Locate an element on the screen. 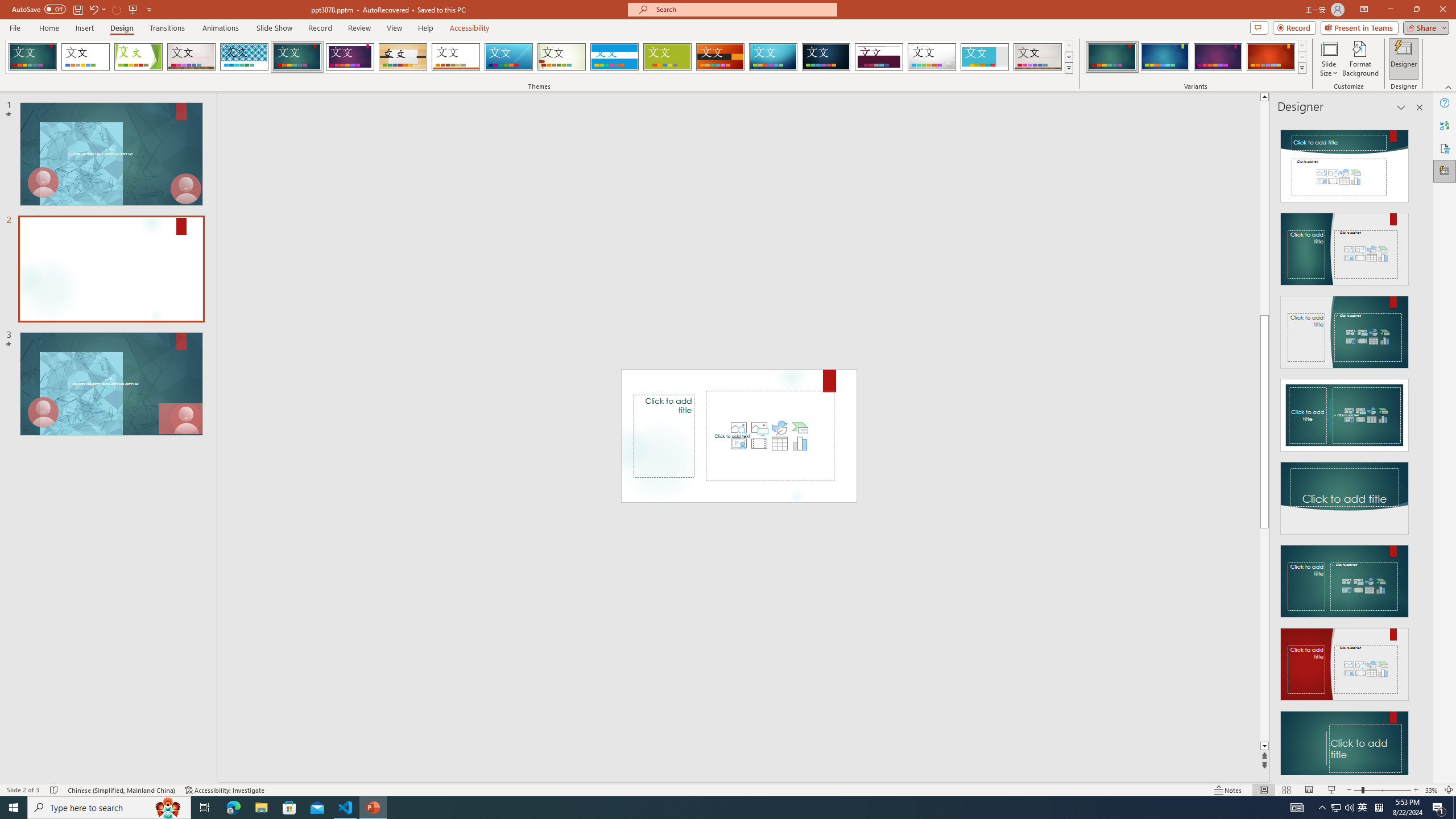 The image size is (1456, 819). 'Berlin' is located at coordinates (721, 56).